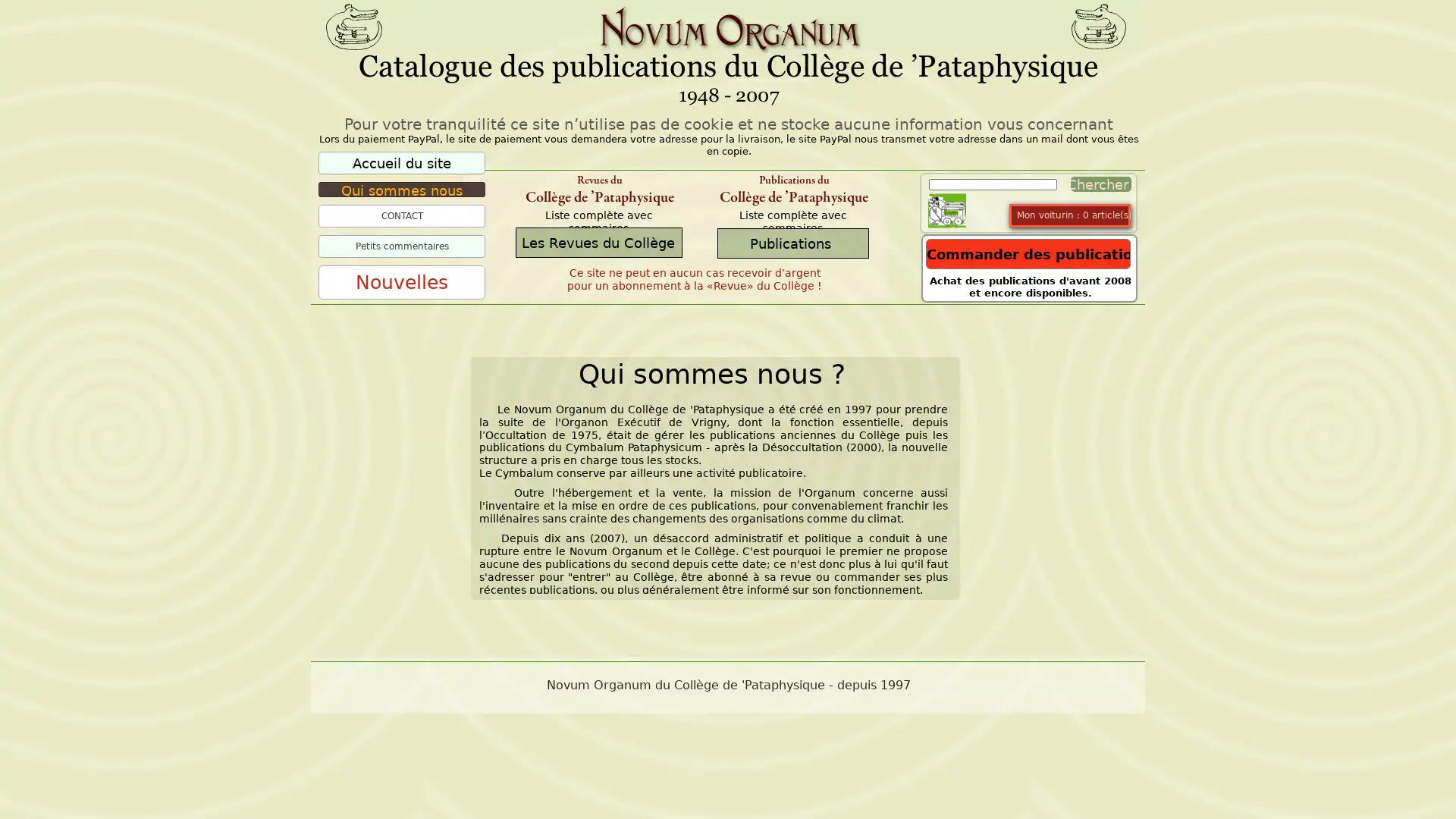 This screenshot has height=819, width=1456. Describe the element at coordinates (1073, 215) in the screenshot. I see `Mon voiturin : 0 article(s)` at that location.